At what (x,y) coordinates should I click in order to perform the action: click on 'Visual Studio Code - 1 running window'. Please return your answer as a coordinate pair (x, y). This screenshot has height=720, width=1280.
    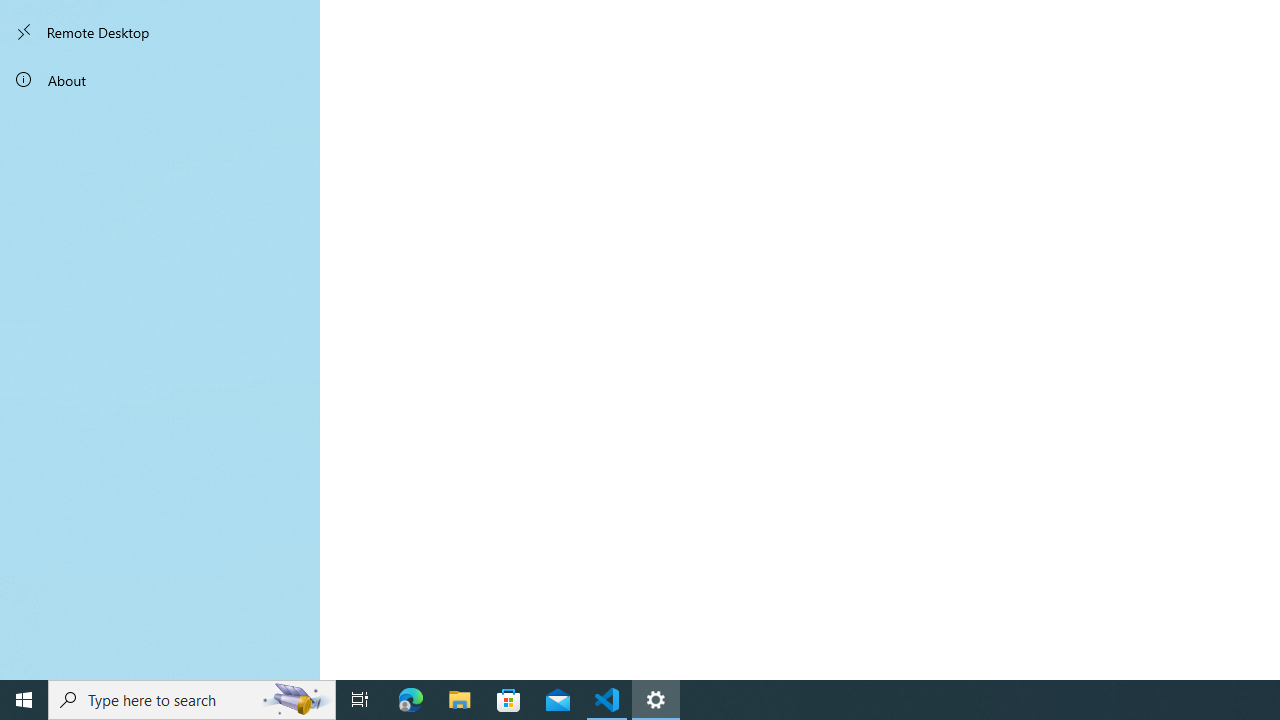
    Looking at the image, I should click on (606, 698).